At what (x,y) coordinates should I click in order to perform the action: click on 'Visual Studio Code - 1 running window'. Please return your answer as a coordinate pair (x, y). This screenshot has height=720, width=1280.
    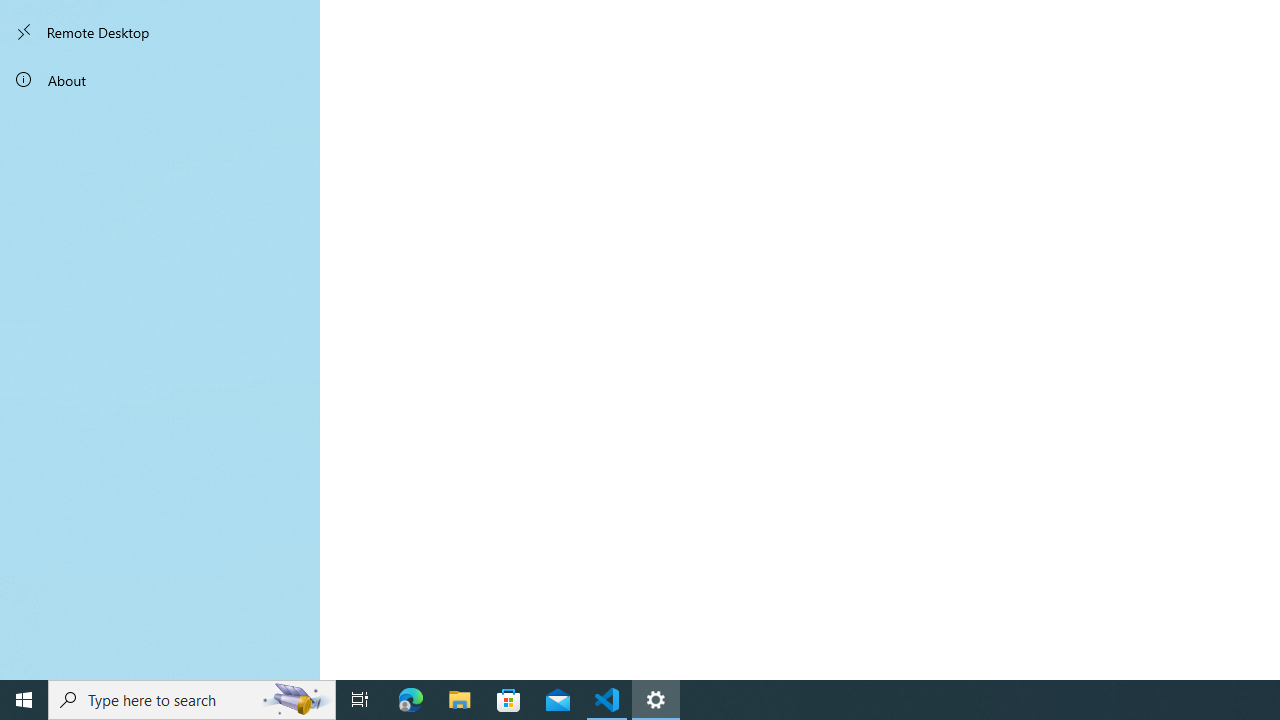
    Looking at the image, I should click on (606, 698).